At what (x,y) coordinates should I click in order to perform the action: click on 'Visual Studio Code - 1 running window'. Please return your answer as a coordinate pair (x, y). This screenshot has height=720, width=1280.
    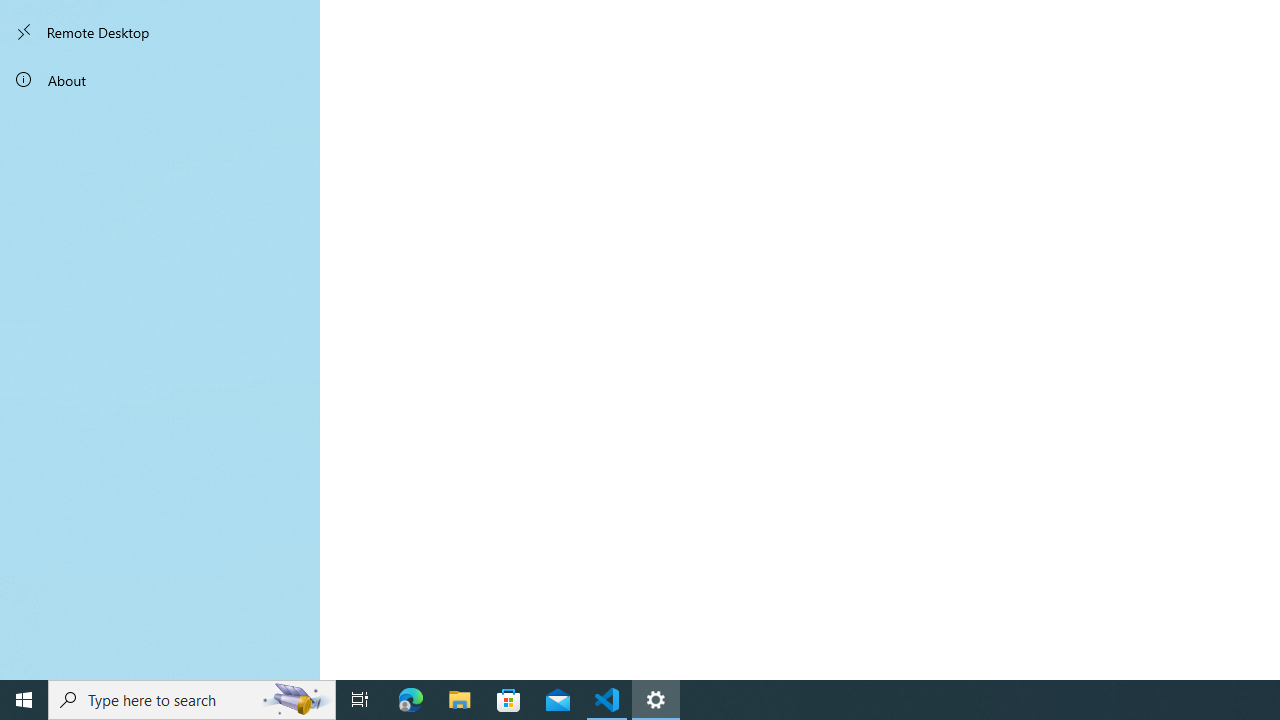
    Looking at the image, I should click on (606, 698).